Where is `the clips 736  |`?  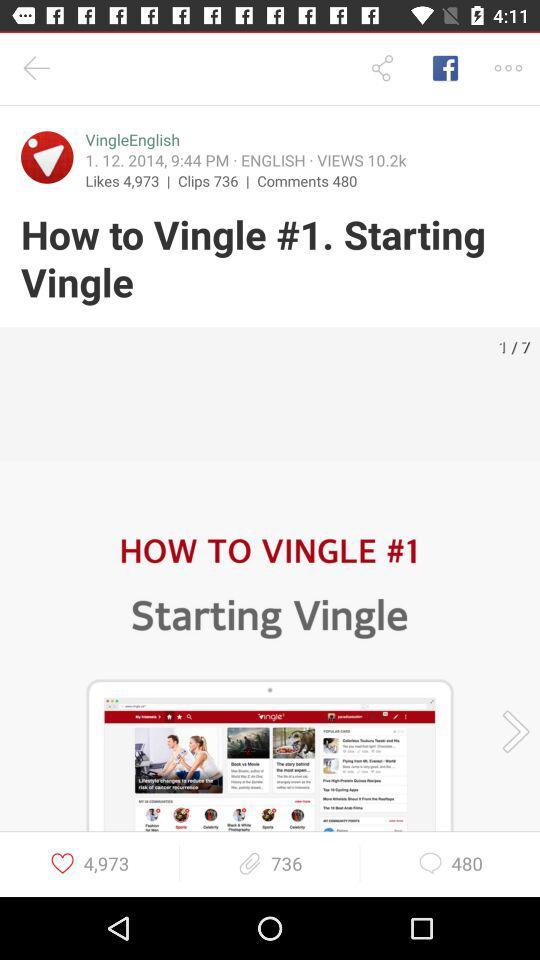 the clips 736  | is located at coordinates (216, 179).